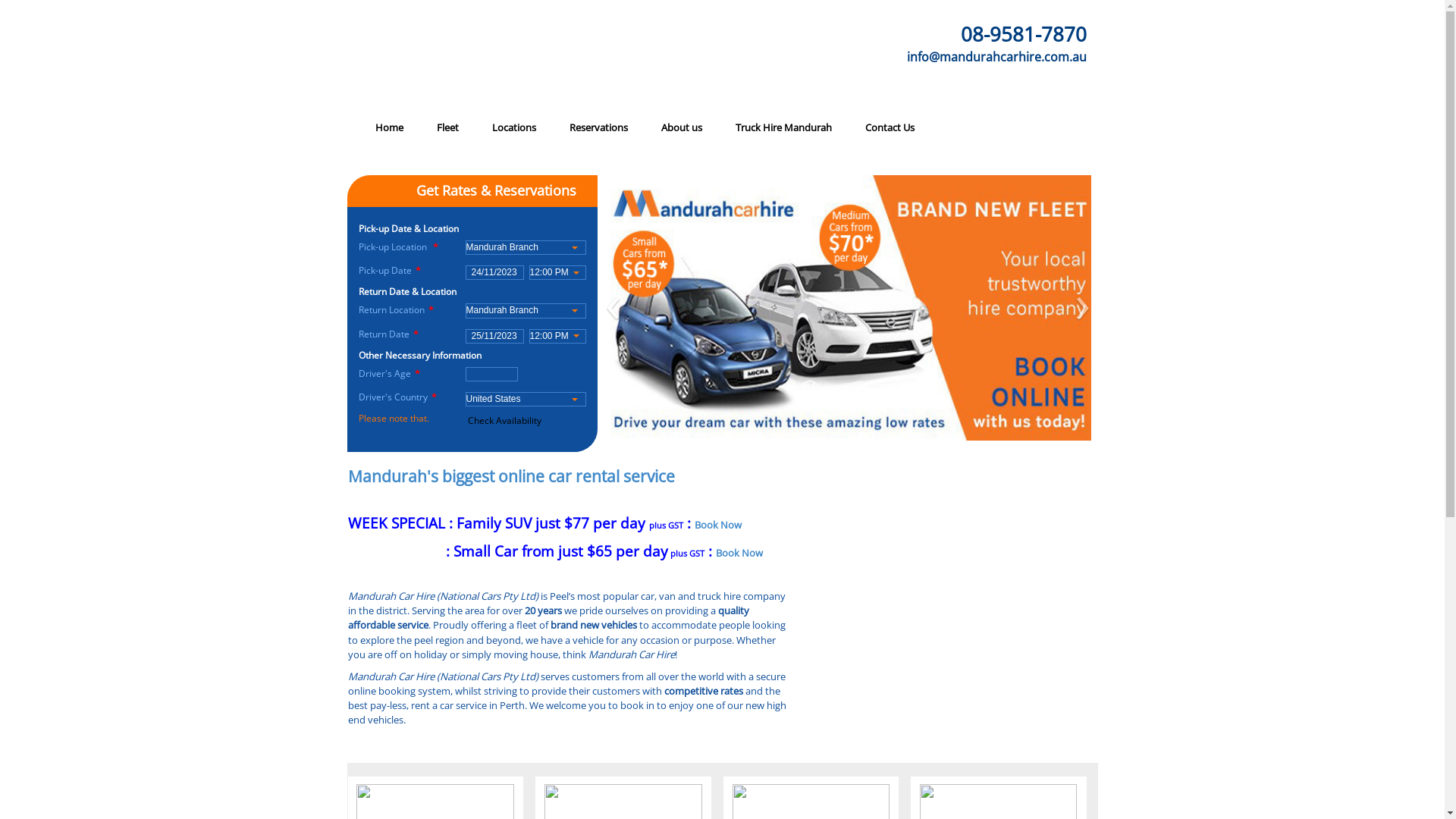 The width and height of the screenshot is (1456, 819). Describe the element at coordinates (597, 127) in the screenshot. I see `'Reservations'` at that location.